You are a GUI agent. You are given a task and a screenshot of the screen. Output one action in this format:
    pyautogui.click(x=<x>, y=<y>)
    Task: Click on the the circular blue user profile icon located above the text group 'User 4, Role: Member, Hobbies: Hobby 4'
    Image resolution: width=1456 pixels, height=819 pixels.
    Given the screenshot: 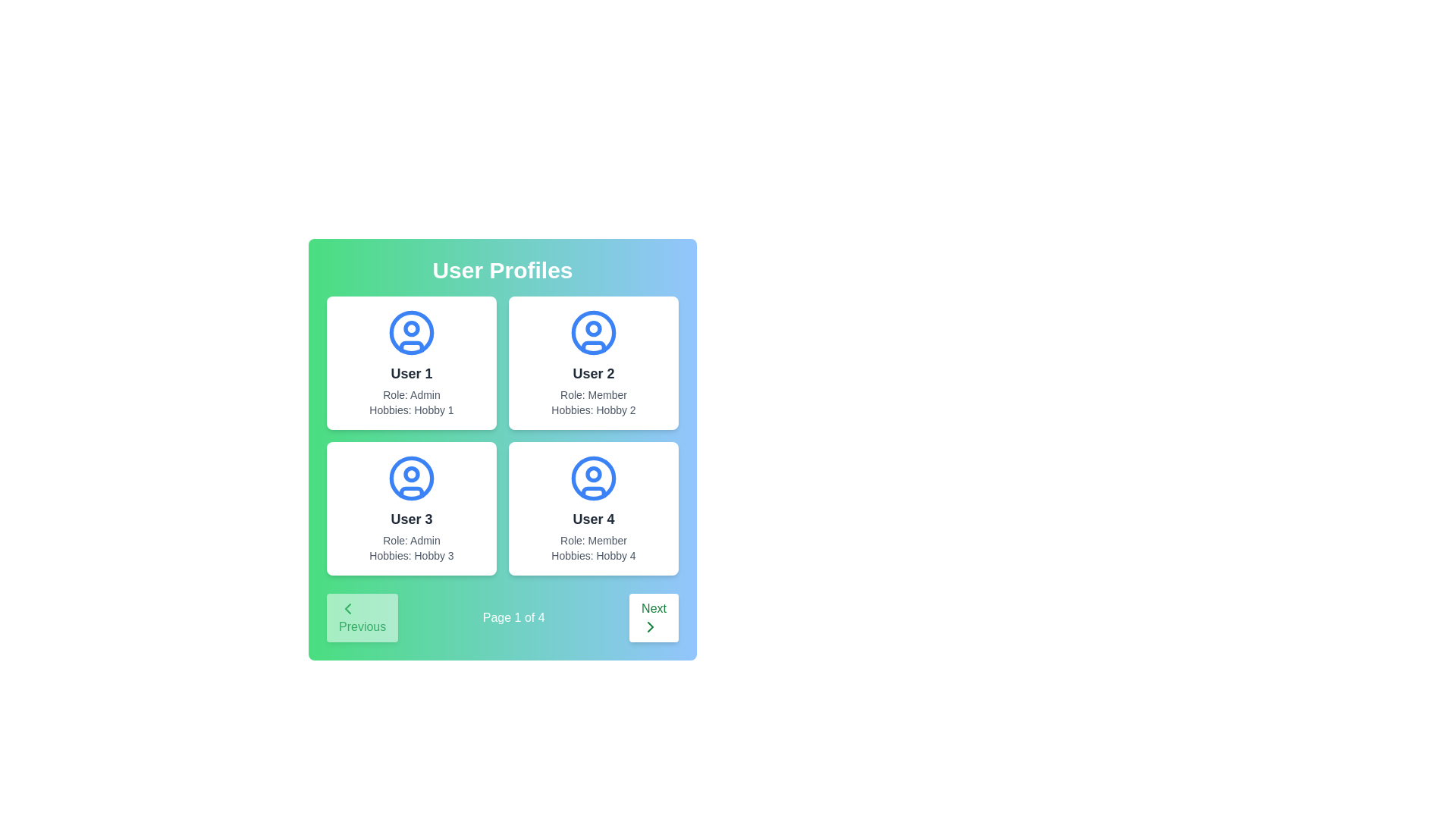 What is the action you would take?
    pyautogui.click(x=592, y=479)
    